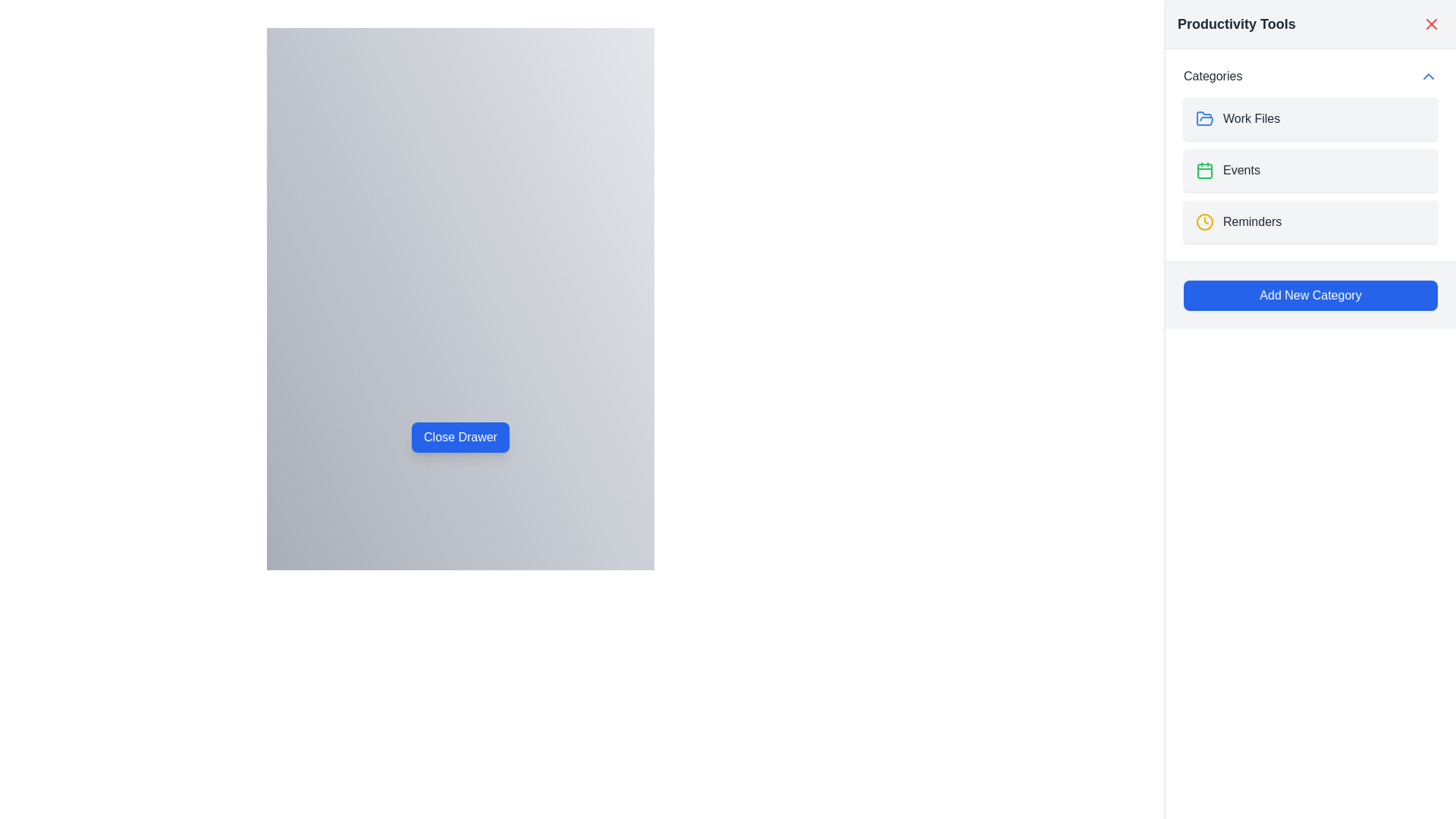  What do you see at coordinates (1203, 118) in the screenshot?
I see `the 'Work Files' category icon in the right-hand sidebar to trigger the tooltip` at bounding box center [1203, 118].